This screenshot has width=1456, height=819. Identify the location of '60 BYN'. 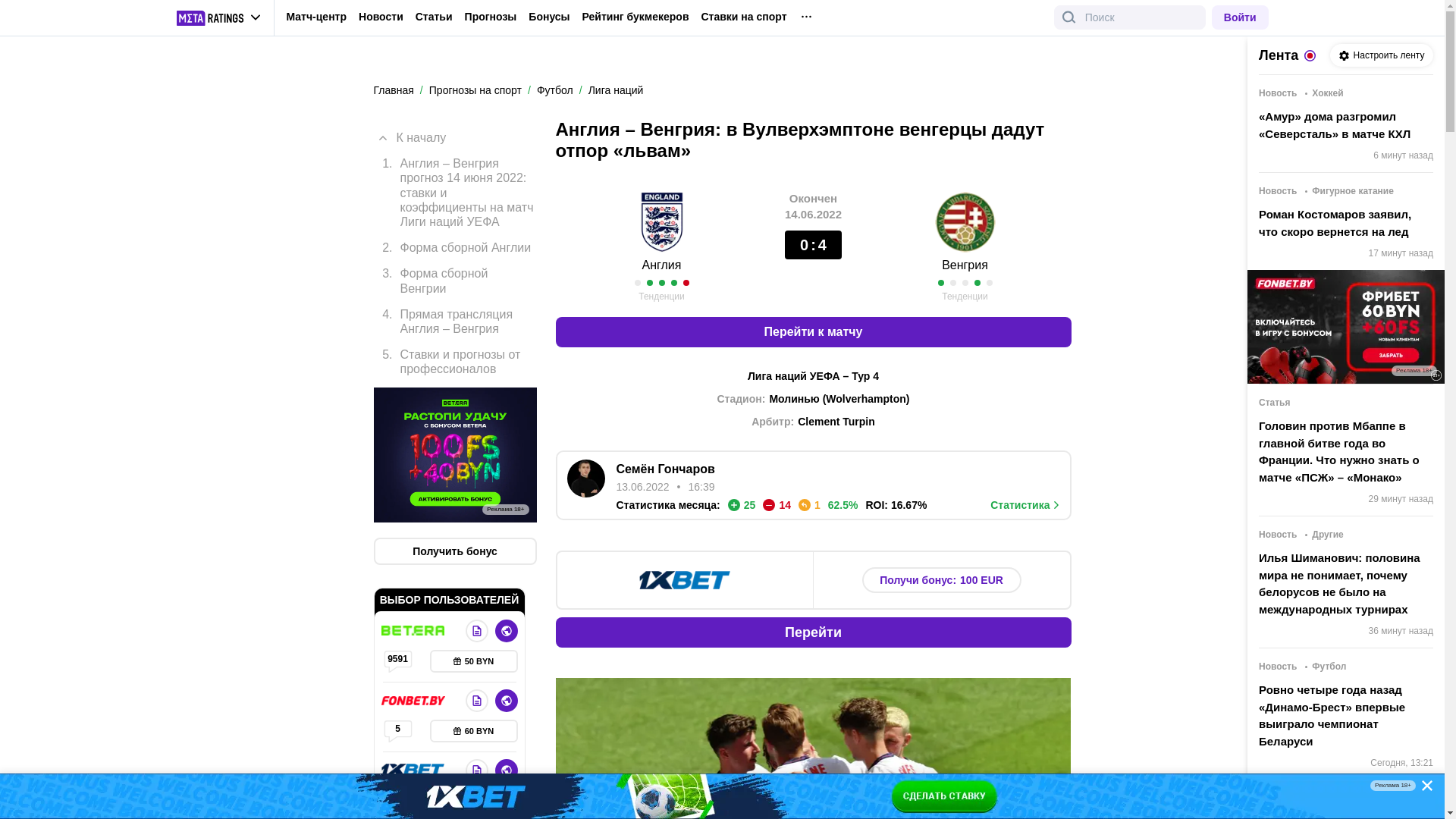
(428, 730).